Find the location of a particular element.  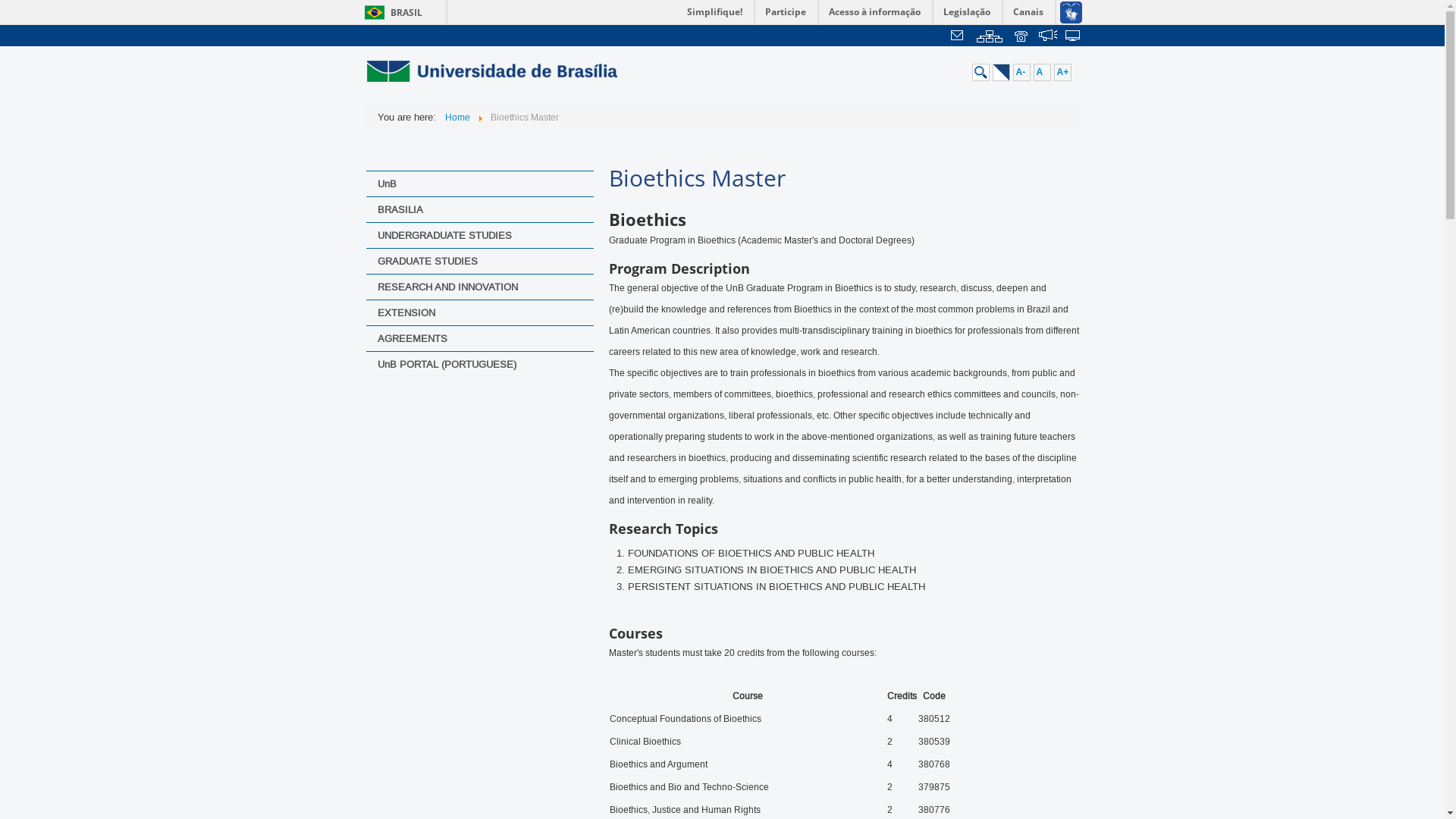

'A' is located at coordinates (1040, 72).